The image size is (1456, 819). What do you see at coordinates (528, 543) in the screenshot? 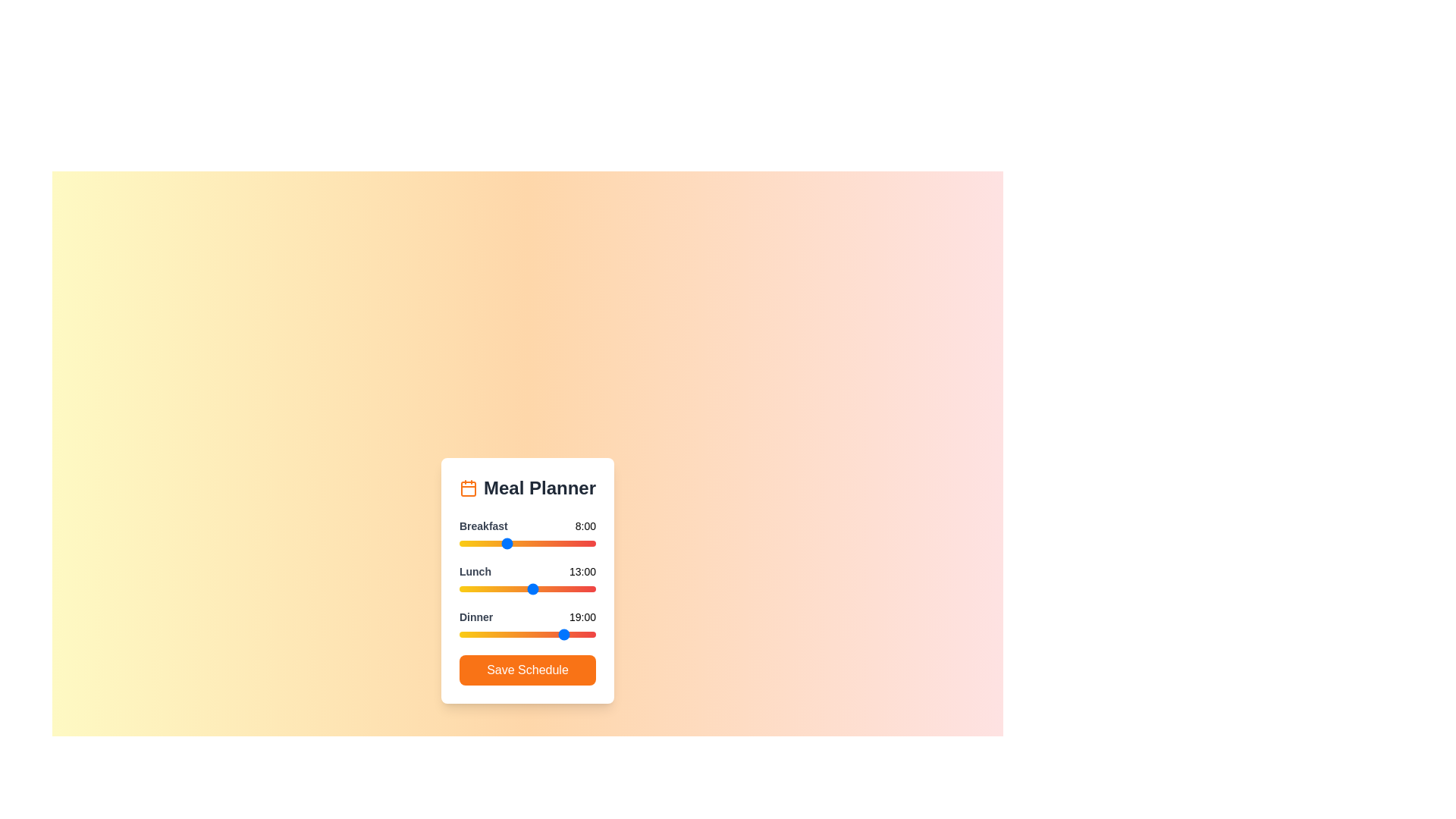
I see `the 0 slider to 12` at bounding box center [528, 543].